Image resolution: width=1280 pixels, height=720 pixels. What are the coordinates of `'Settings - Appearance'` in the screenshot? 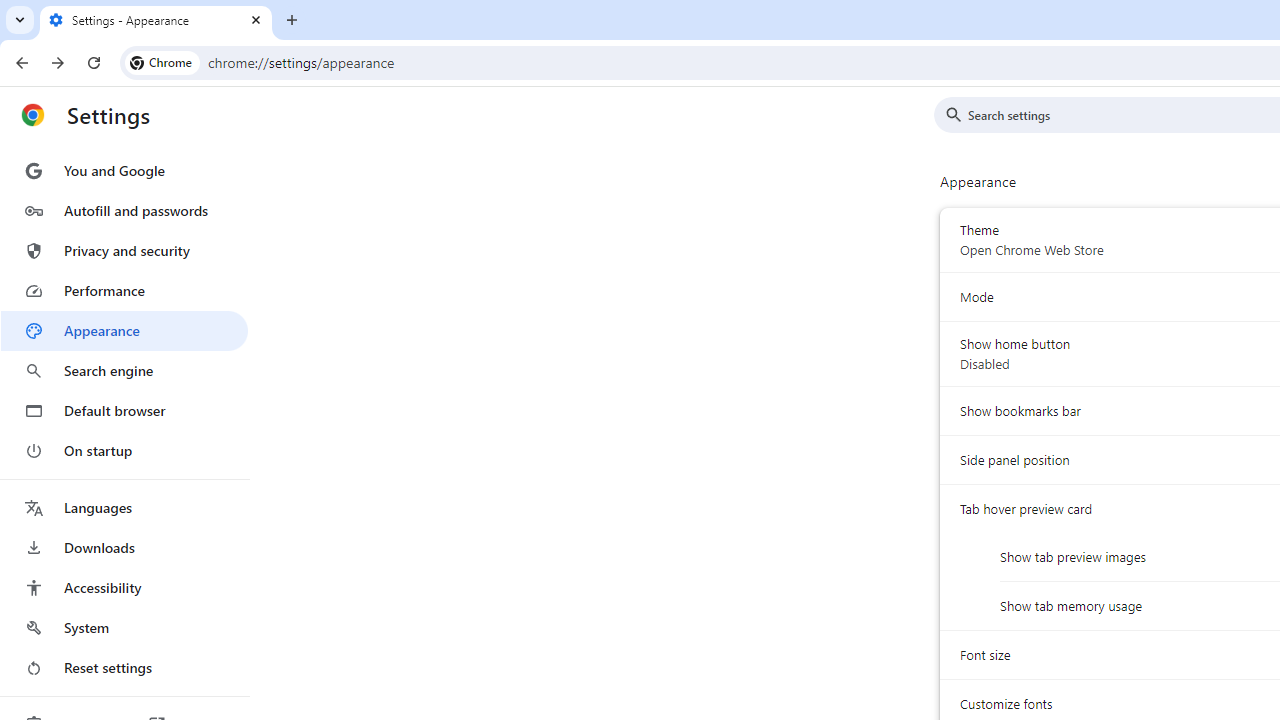 It's located at (155, 20).